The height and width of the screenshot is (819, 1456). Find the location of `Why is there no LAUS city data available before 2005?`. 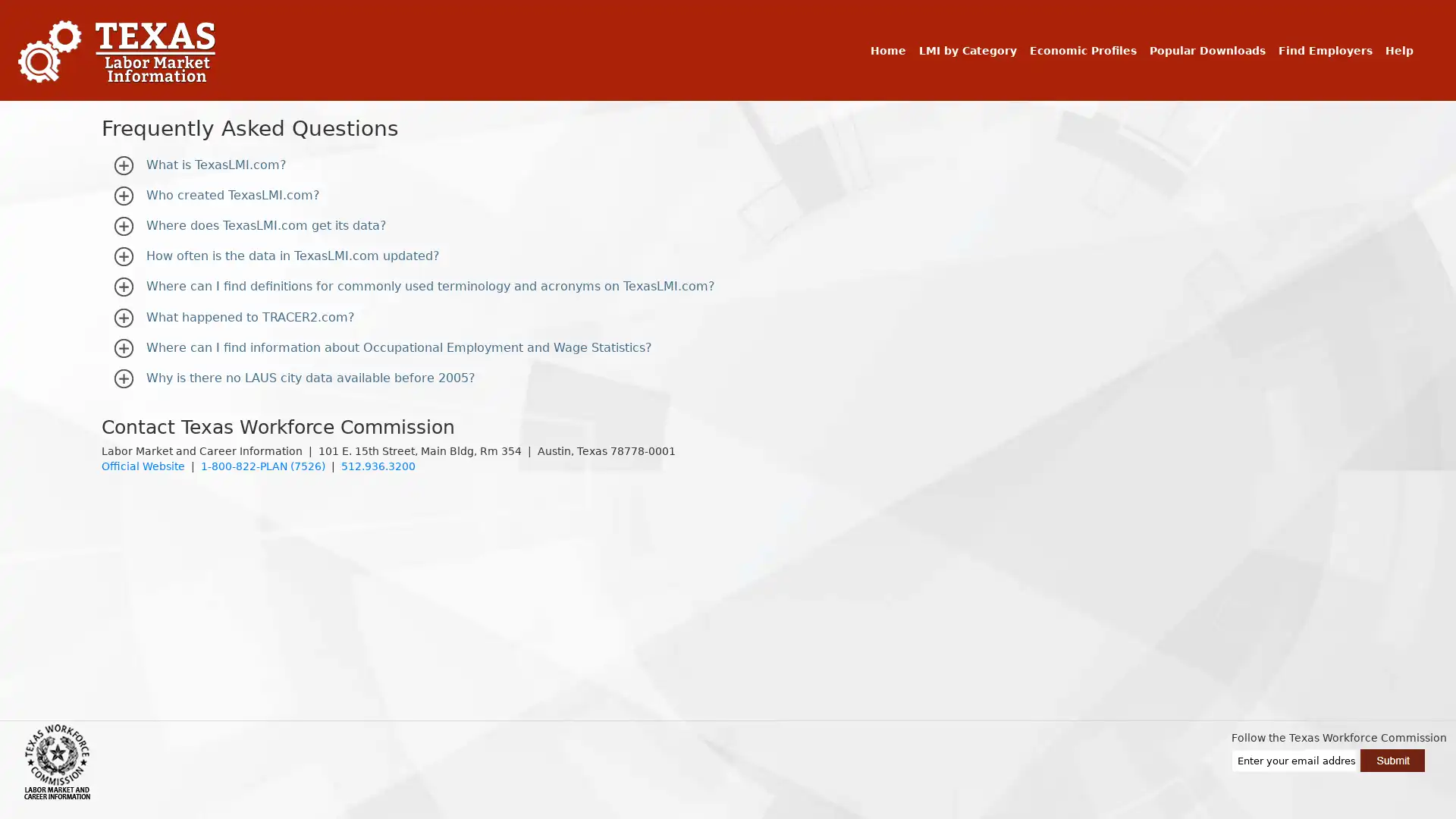

Why is there no LAUS city data available before 2005? is located at coordinates (726, 376).